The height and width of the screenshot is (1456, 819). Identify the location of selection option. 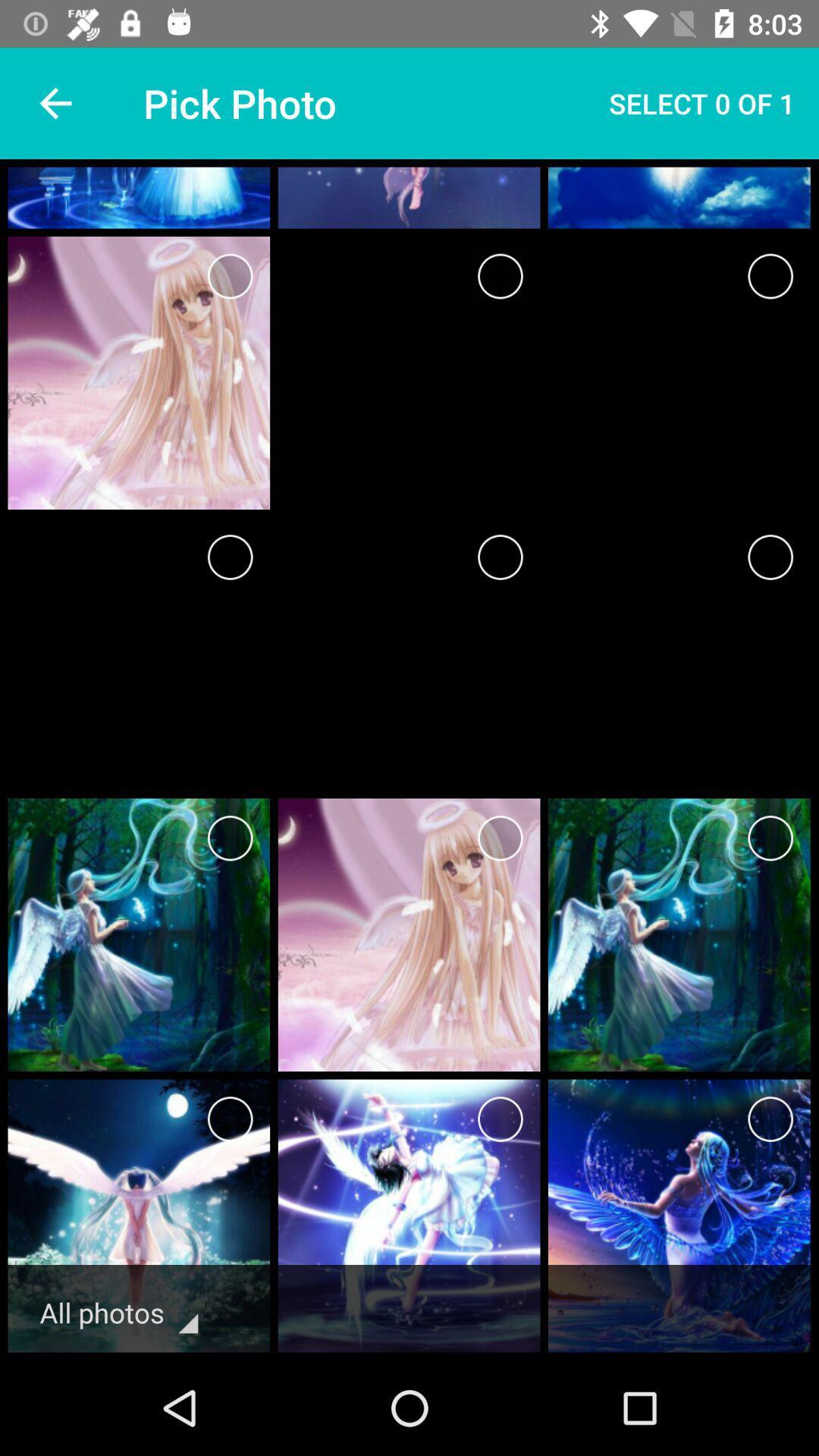
(230, 837).